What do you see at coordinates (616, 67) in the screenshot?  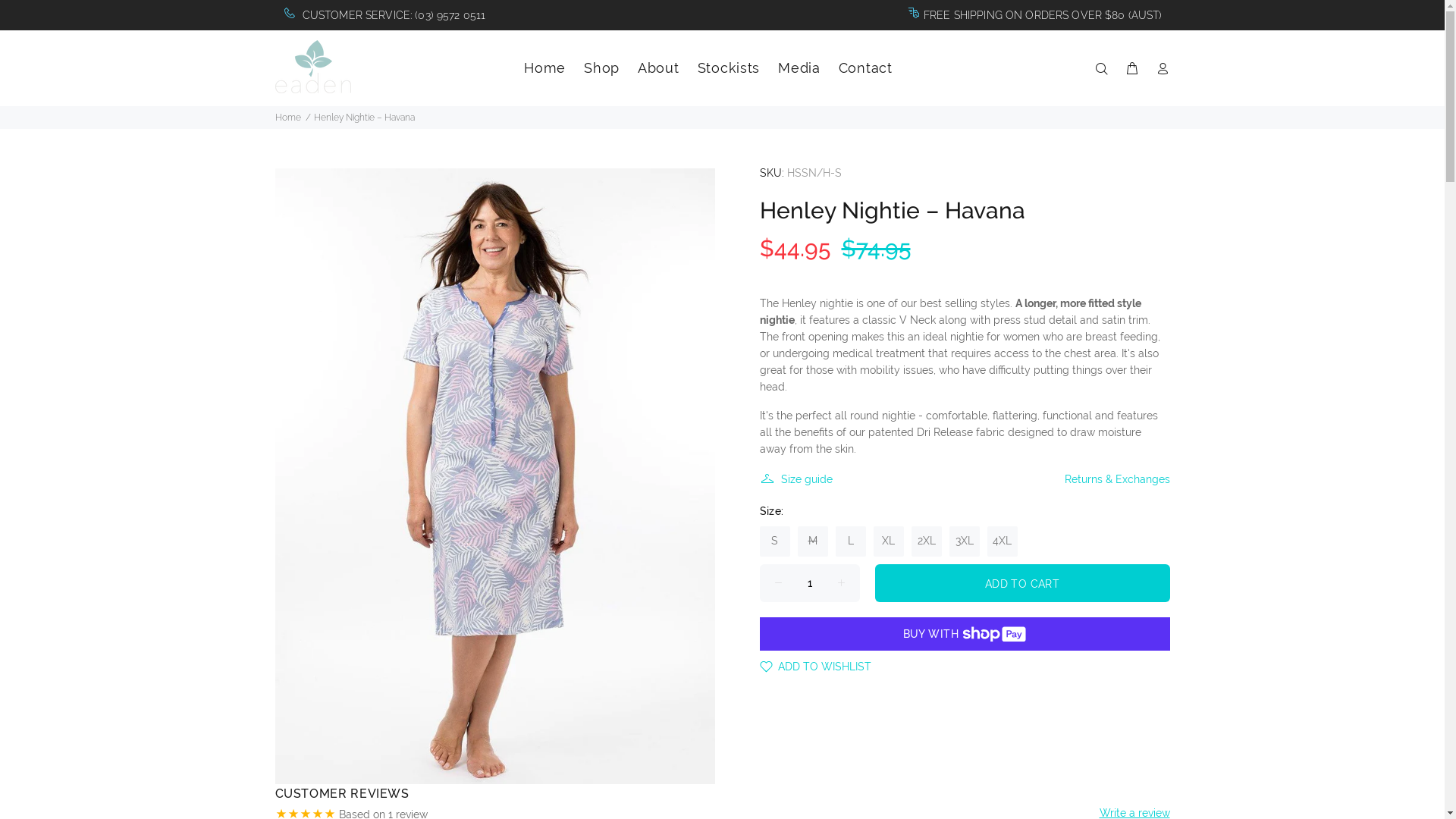 I see `'Shop'` at bounding box center [616, 67].